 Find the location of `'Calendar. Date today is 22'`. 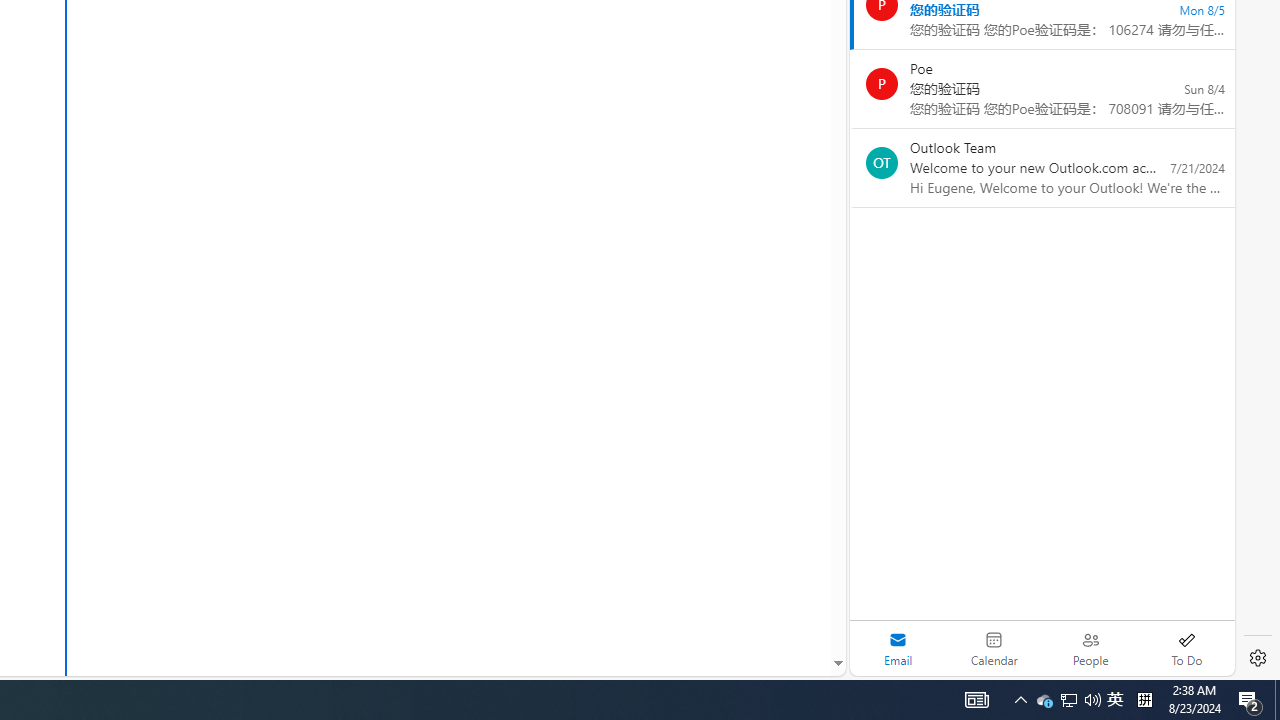

'Calendar. Date today is 22' is located at coordinates (994, 648).